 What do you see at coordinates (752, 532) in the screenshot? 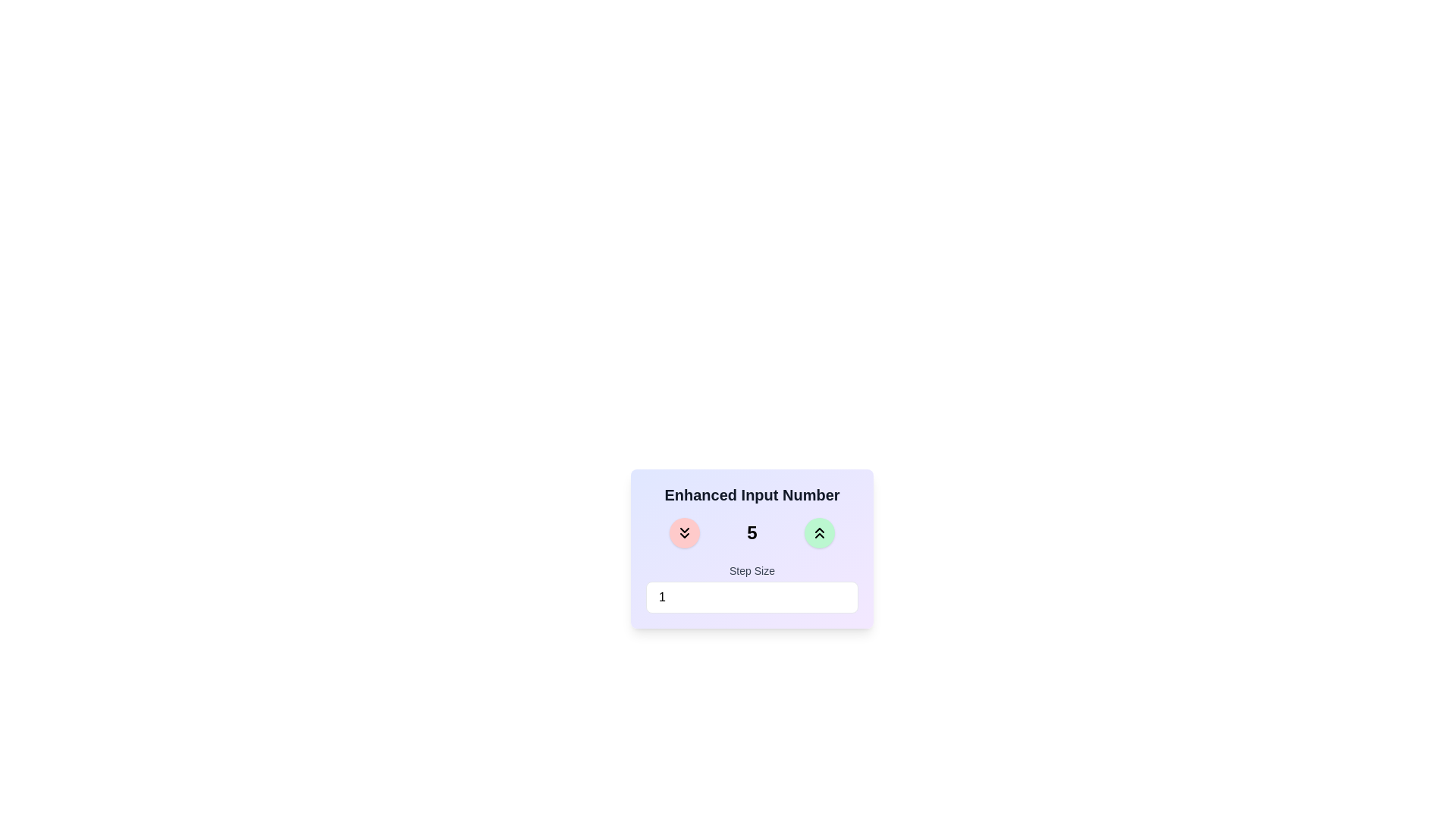
I see `displayed numeric value '5' from the central Text display within the 'Enhanced Input Number' card, which is dynamically updated based on user interactions with adjacent buttons` at bounding box center [752, 532].